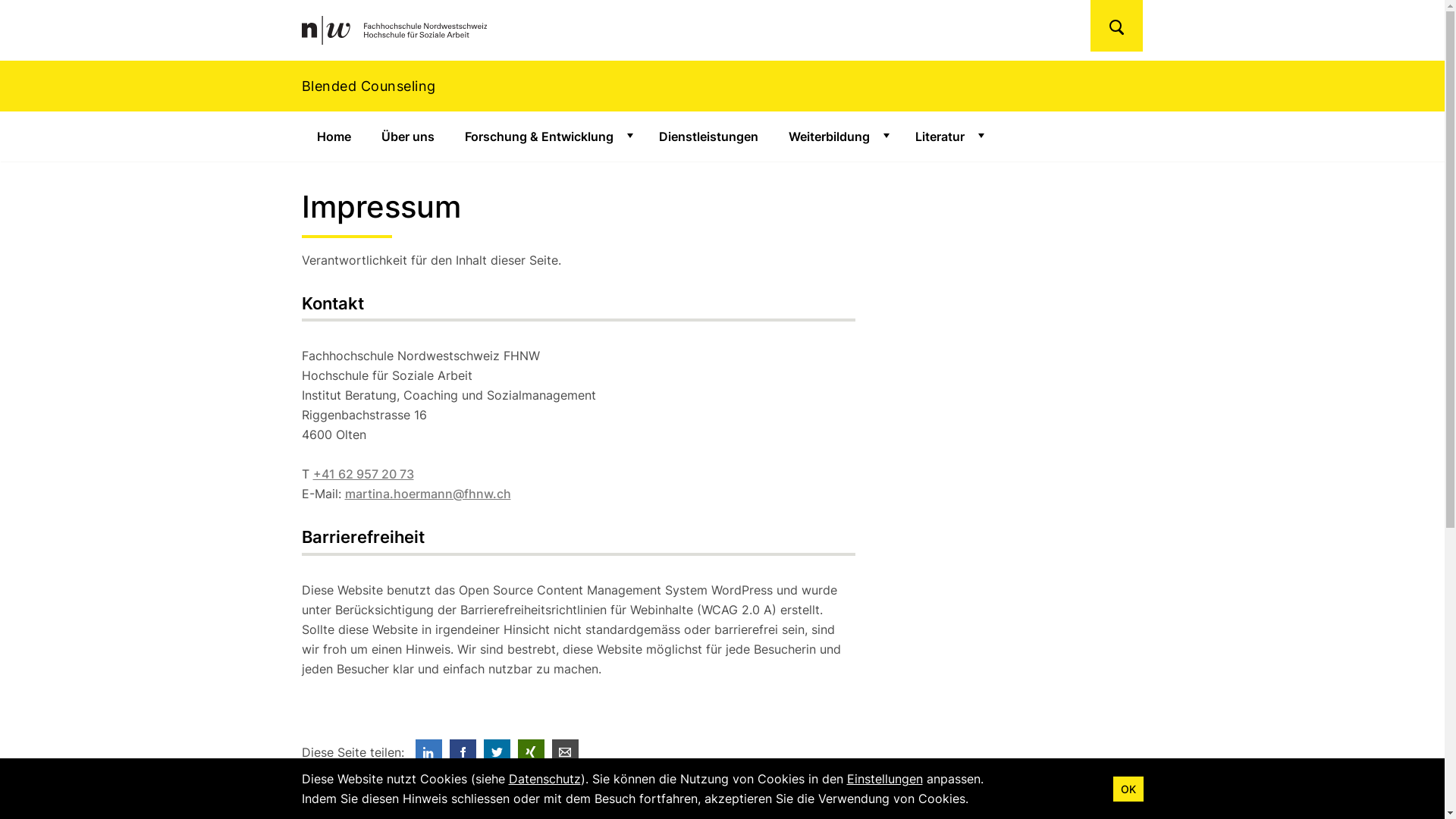  Describe the element at coordinates (707, 136) in the screenshot. I see `'Dienstleistungen'` at that location.